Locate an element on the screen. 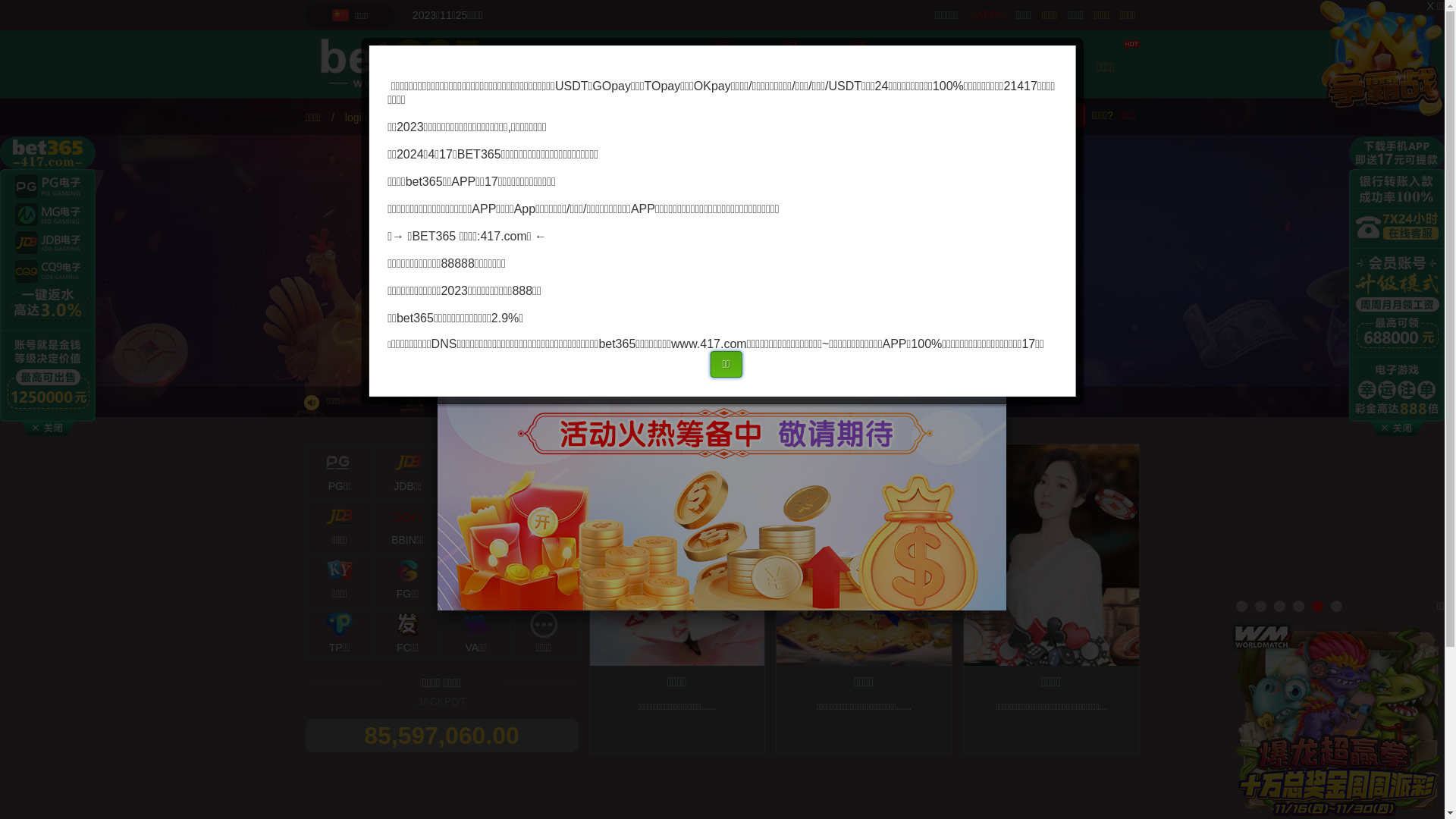 This screenshot has width=1456, height=819. '1' is located at coordinates (1241, 605).